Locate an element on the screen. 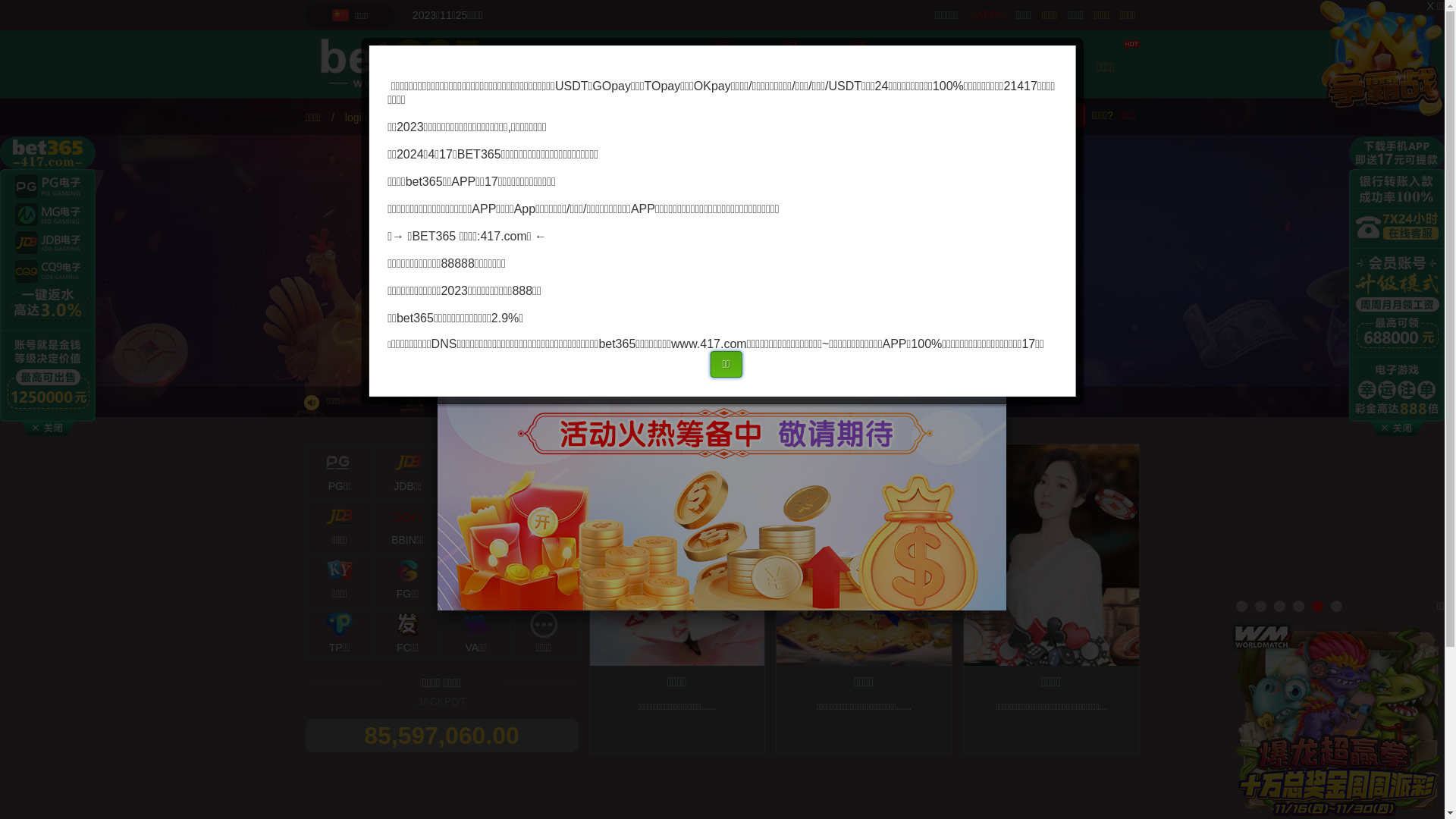 This screenshot has width=1456, height=819. '1' is located at coordinates (1241, 605).